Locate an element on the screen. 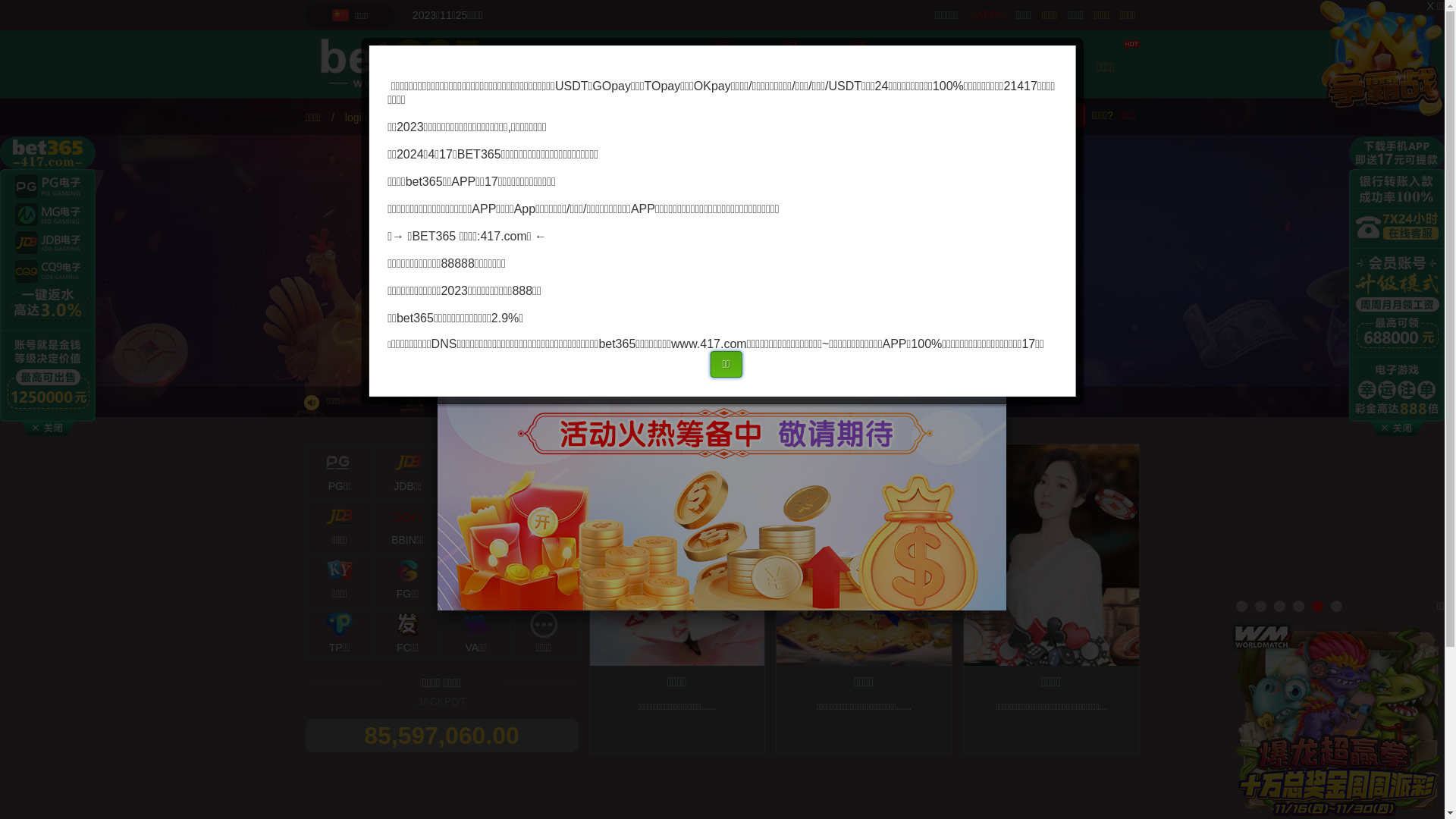 This screenshot has width=1456, height=819. '1' is located at coordinates (1241, 605).